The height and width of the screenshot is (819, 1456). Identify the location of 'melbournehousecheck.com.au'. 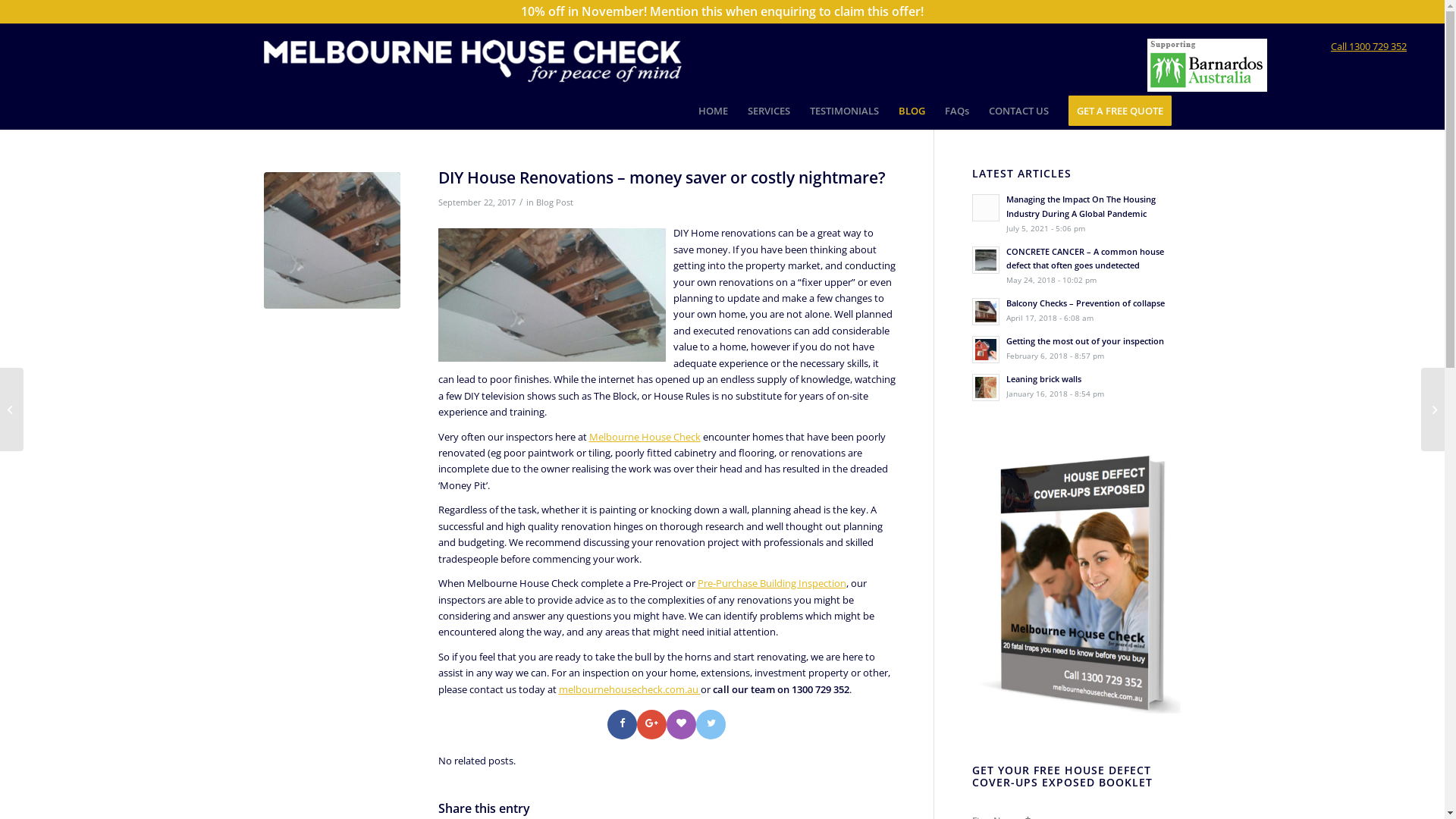
(629, 689).